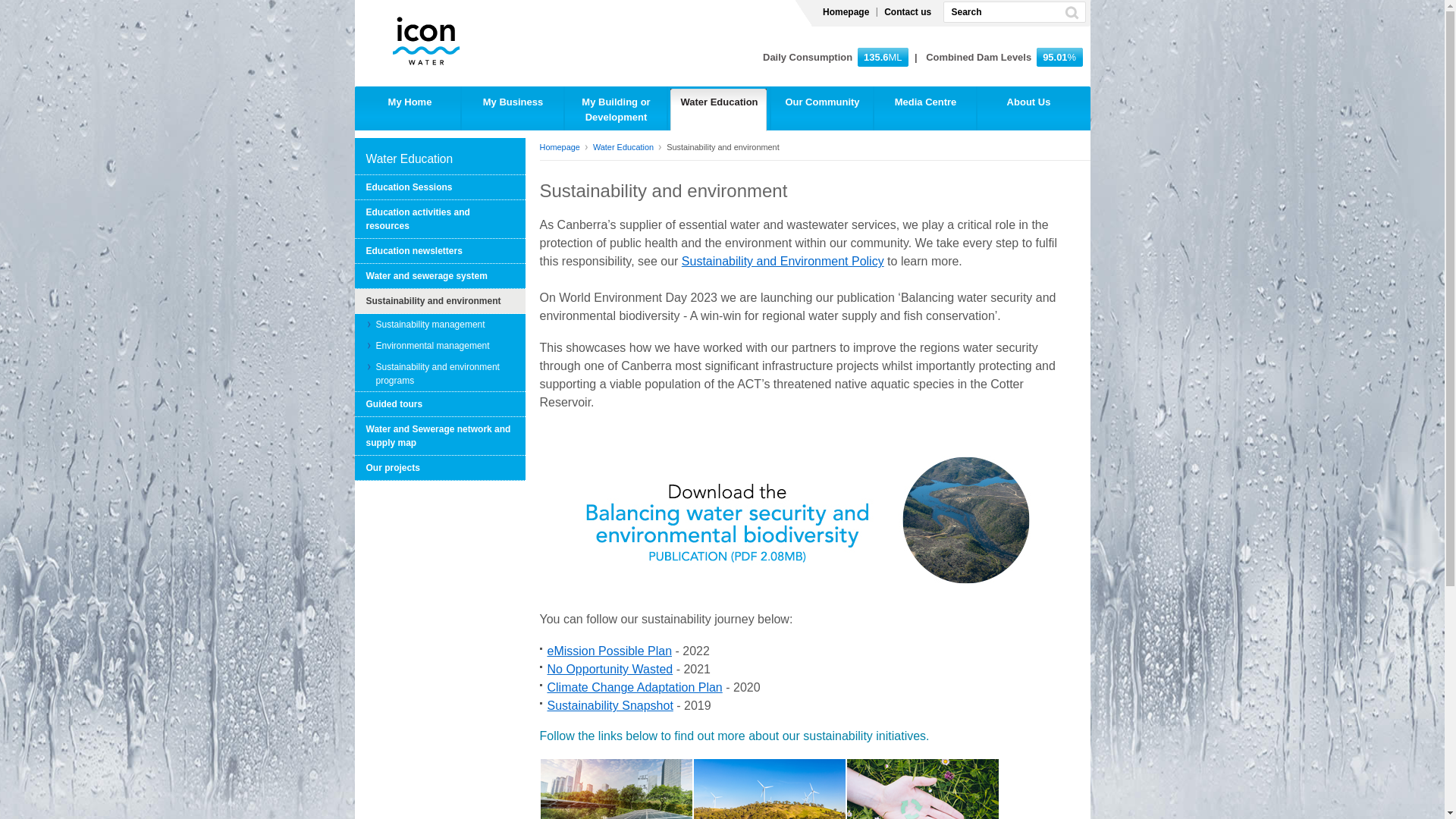  I want to click on 'Water and sewerage system', so click(353, 276).